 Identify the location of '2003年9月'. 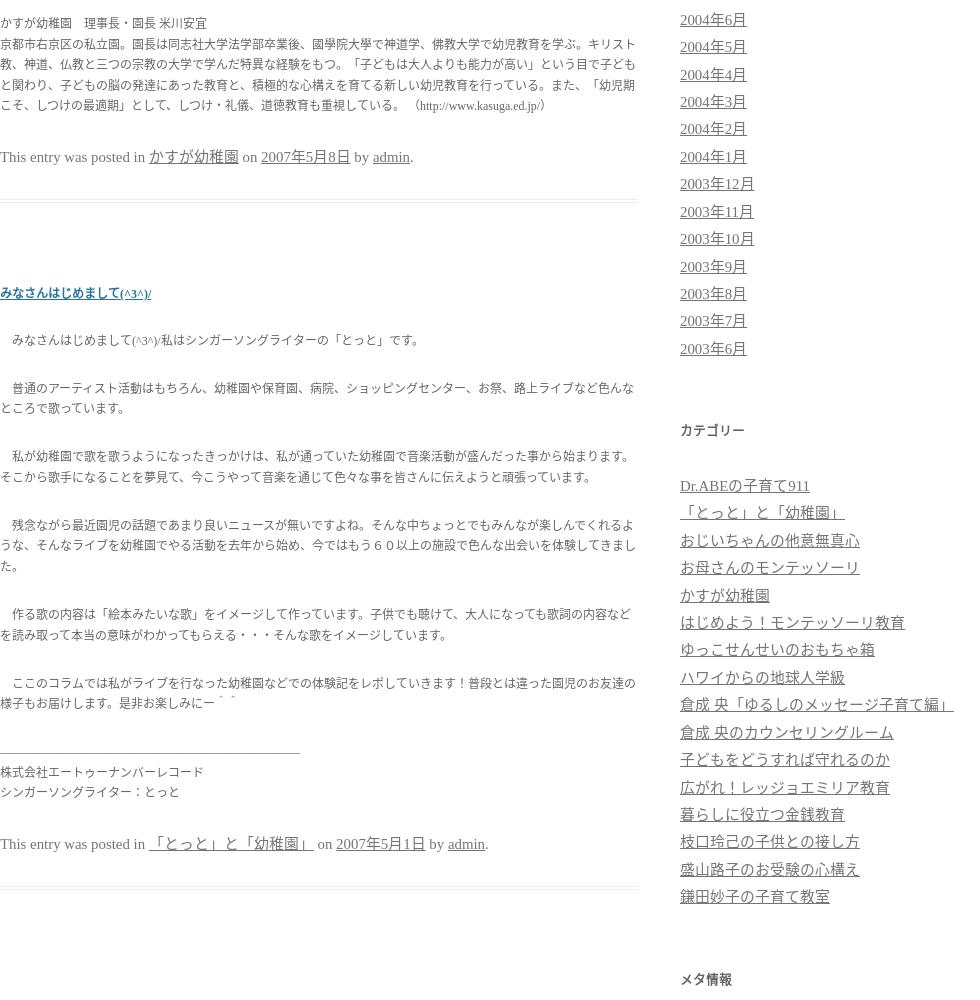
(713, 266).